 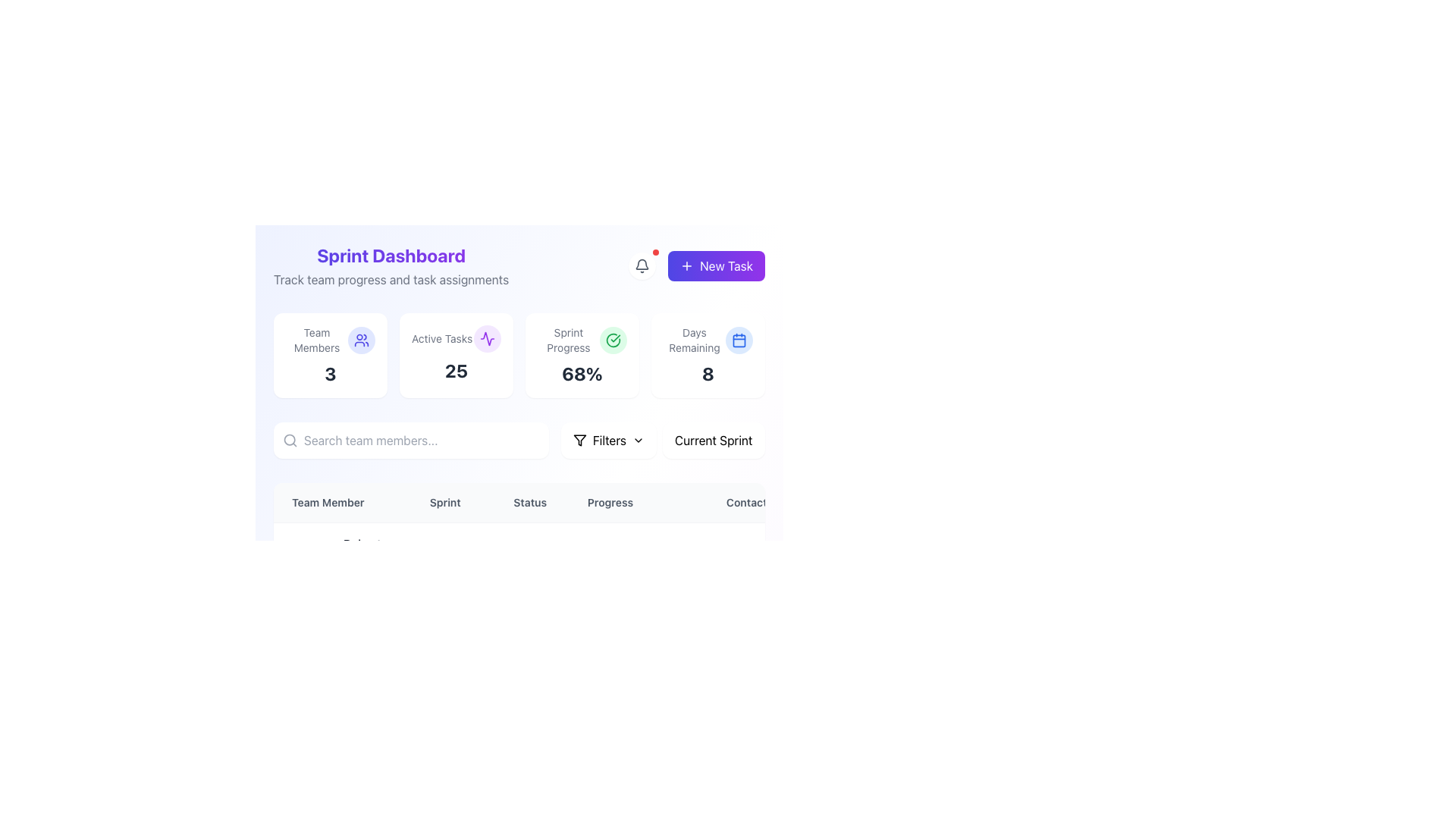 I want to click on the circular icon with a light indigo background and a darker indigo symbol of two people, located in the 'Team Members' section, to the right of the 'Team Members' text, so click(x=360, y=339).